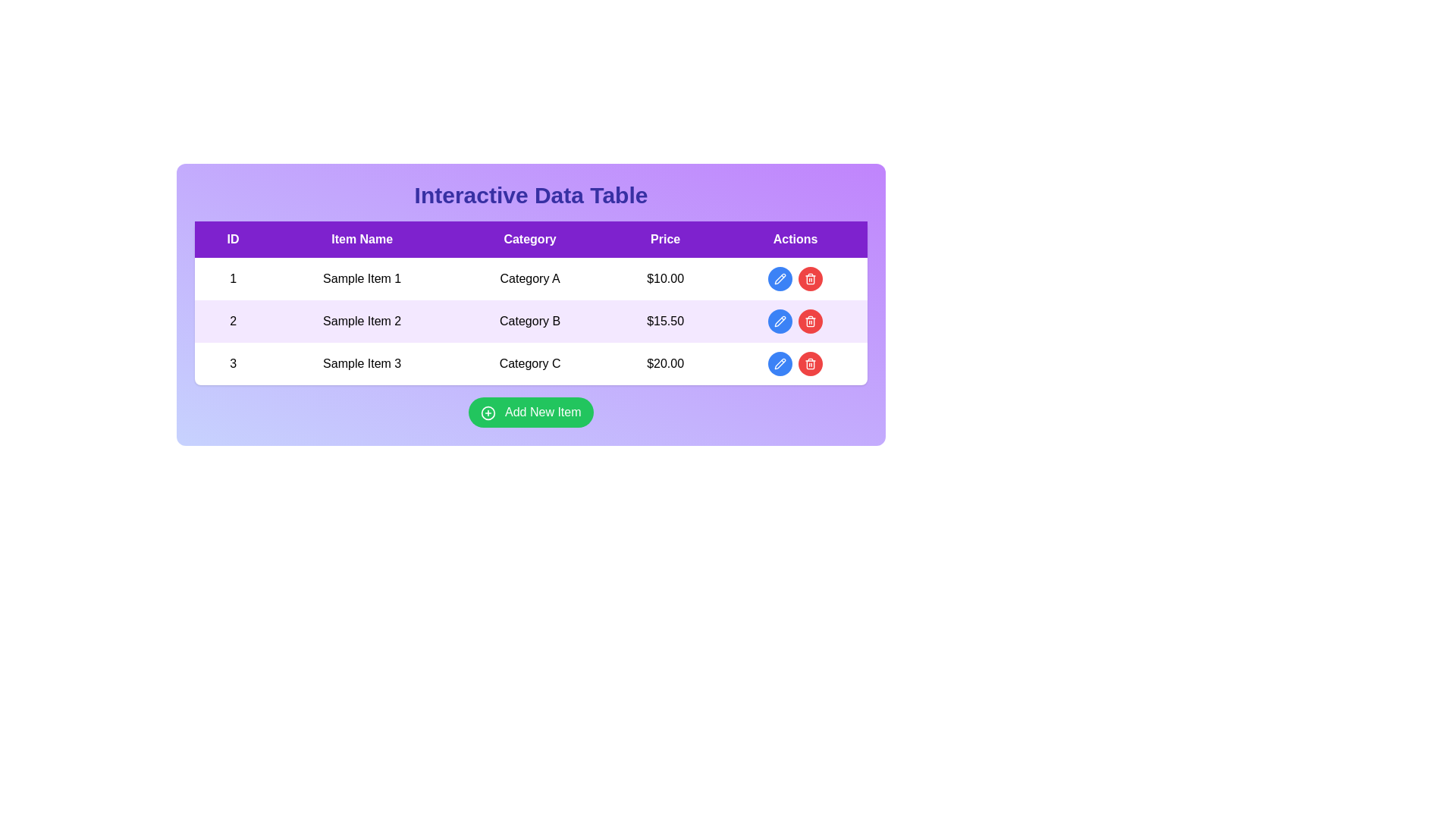 This screenshot has height=819, width=1456. What do you see at coordinates (531, 321) in the screenshot?
I see `the second row of the table, which displays attributes such as ID, name, category, and price` at bounding box center [531, 321].